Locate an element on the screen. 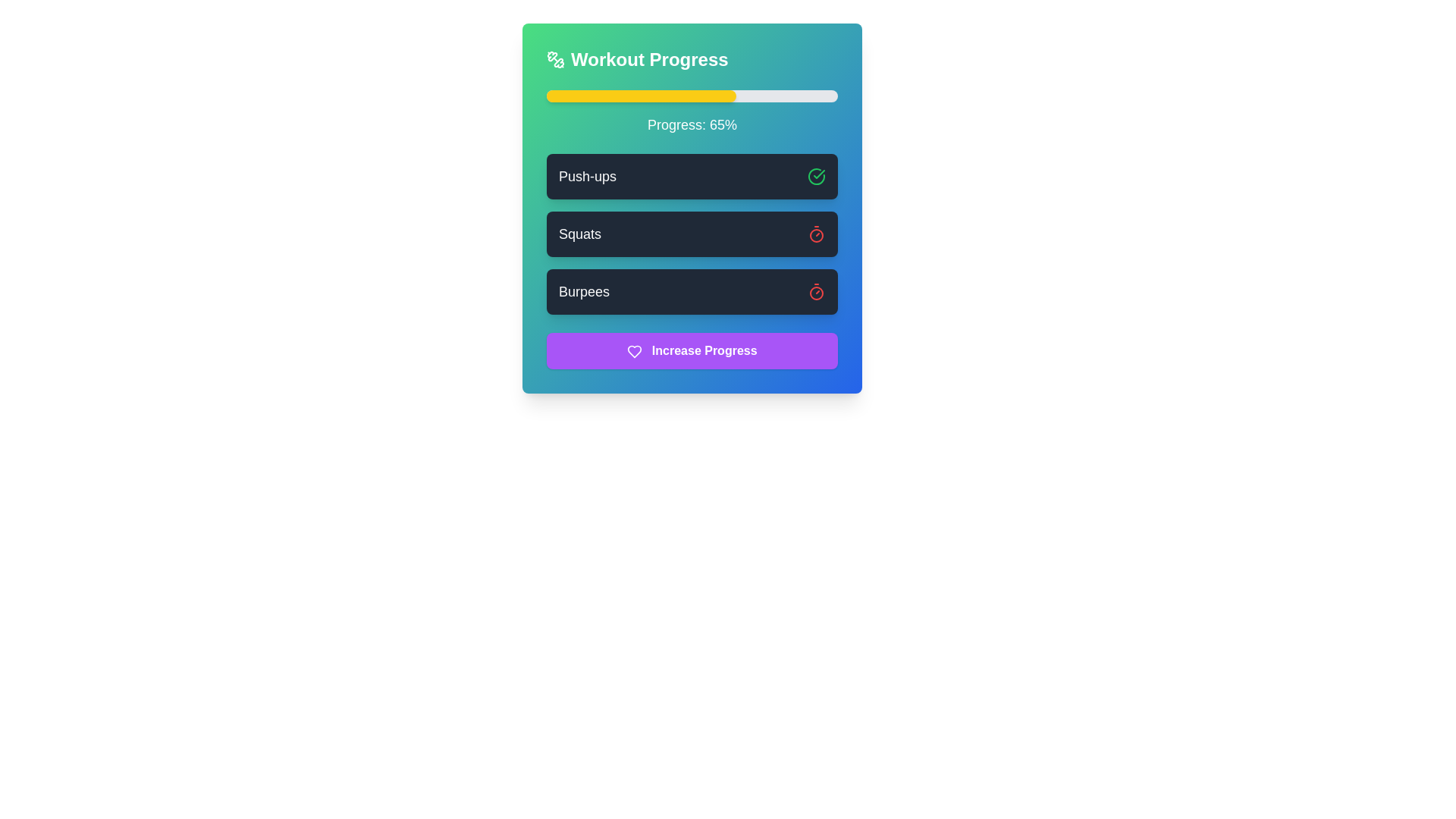 The width and height of the screenshot is (1456, 819). the horizontal progress bar with a gray background and yellow foreground located under the 'Workout Progress' header and above the 'Progress: 65%' text is located at coordinates (691, 96).